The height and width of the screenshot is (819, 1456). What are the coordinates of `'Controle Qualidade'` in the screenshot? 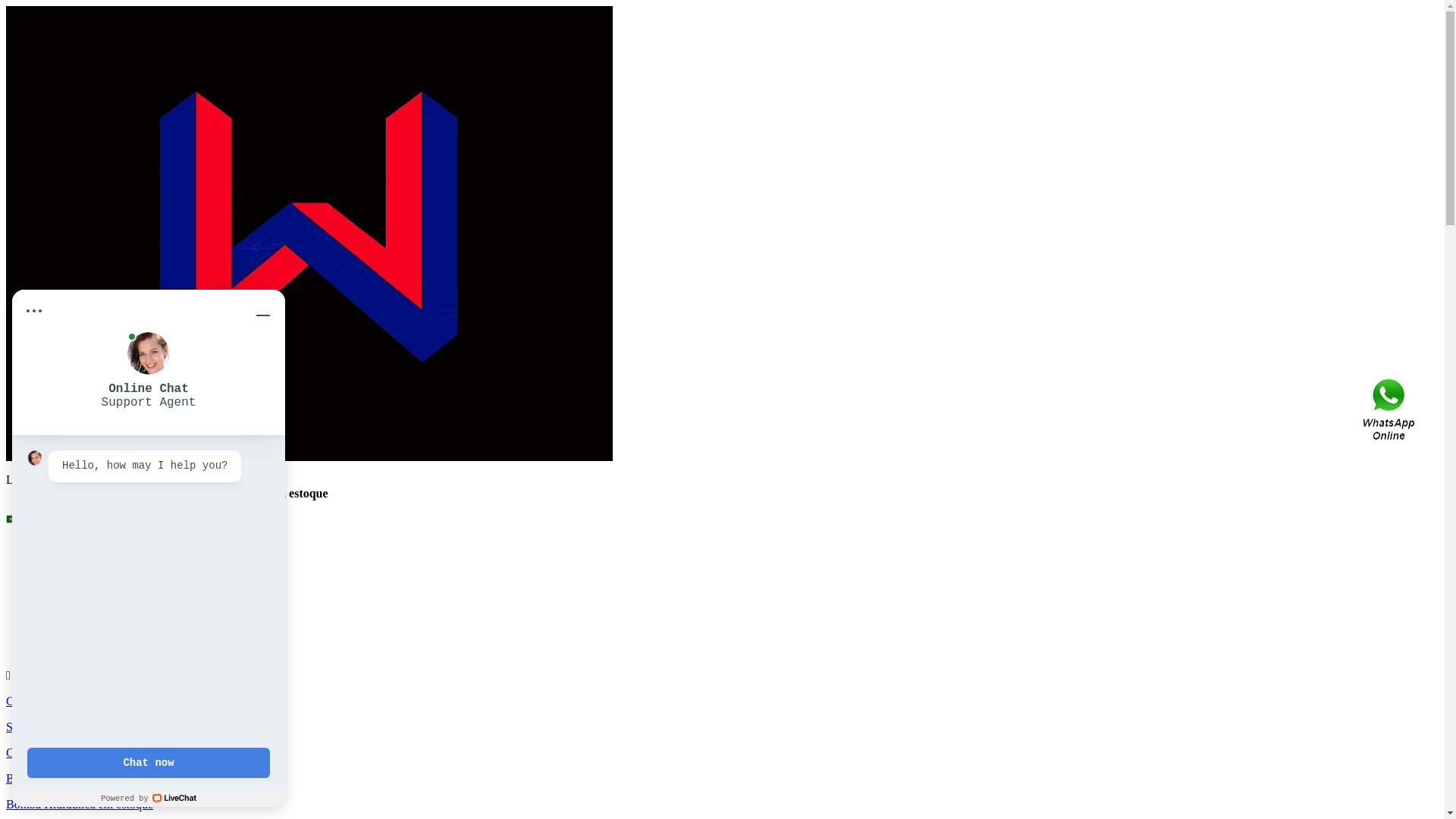 It's located at (54, 752).